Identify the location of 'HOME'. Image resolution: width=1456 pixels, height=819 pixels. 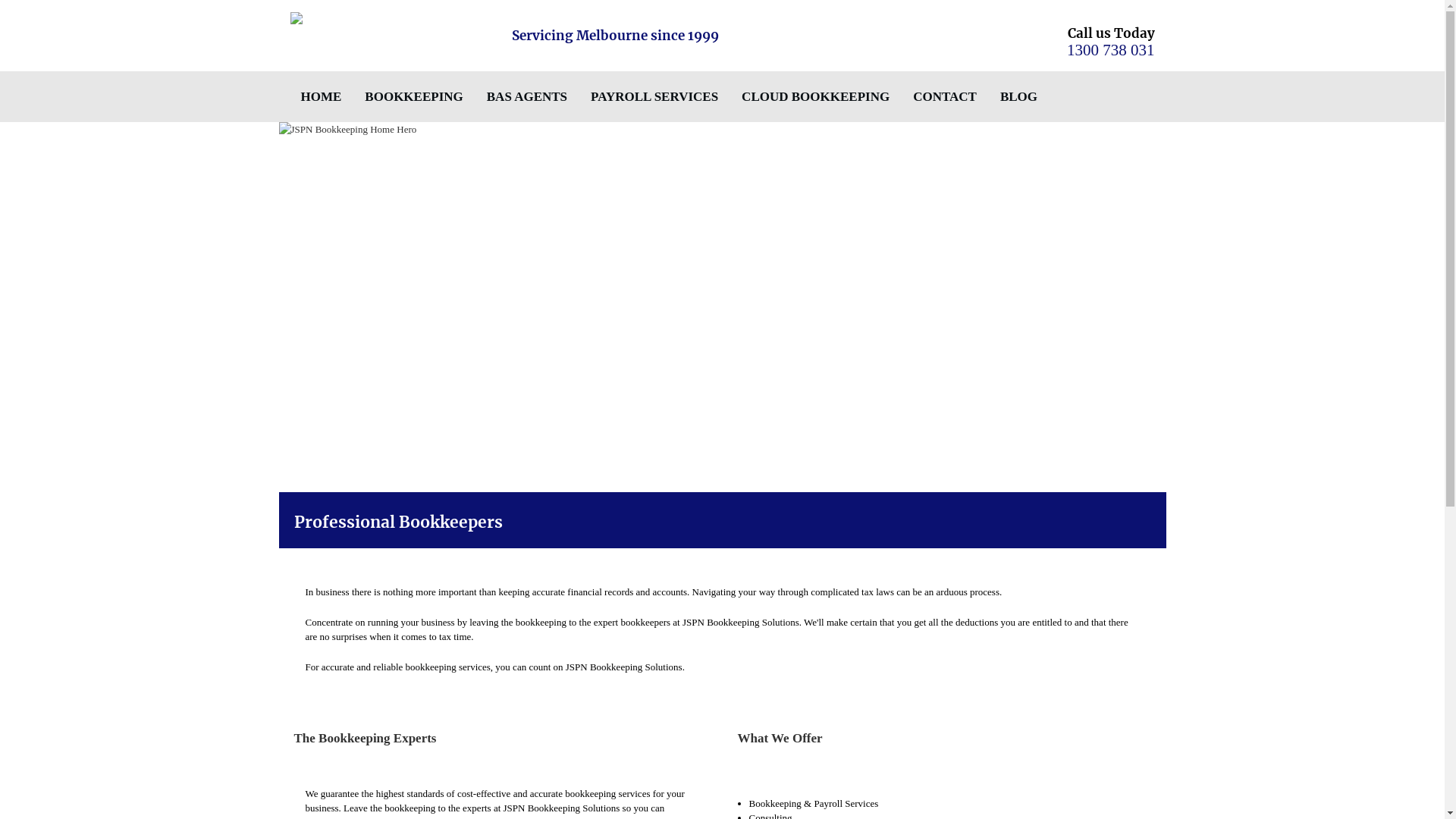
(319, 96).